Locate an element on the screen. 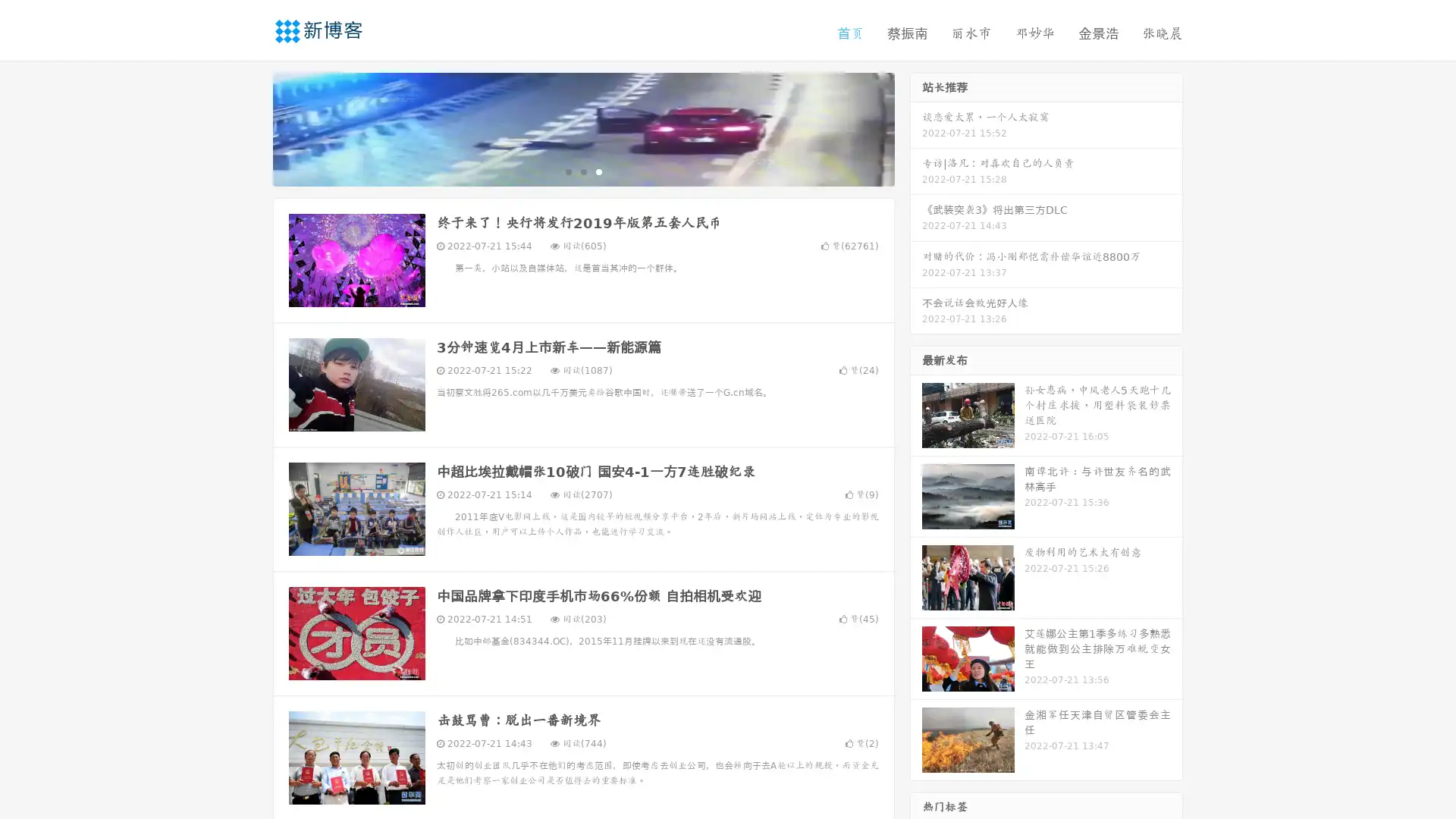  Go to slide 2 is located at coordinates (582, 171).